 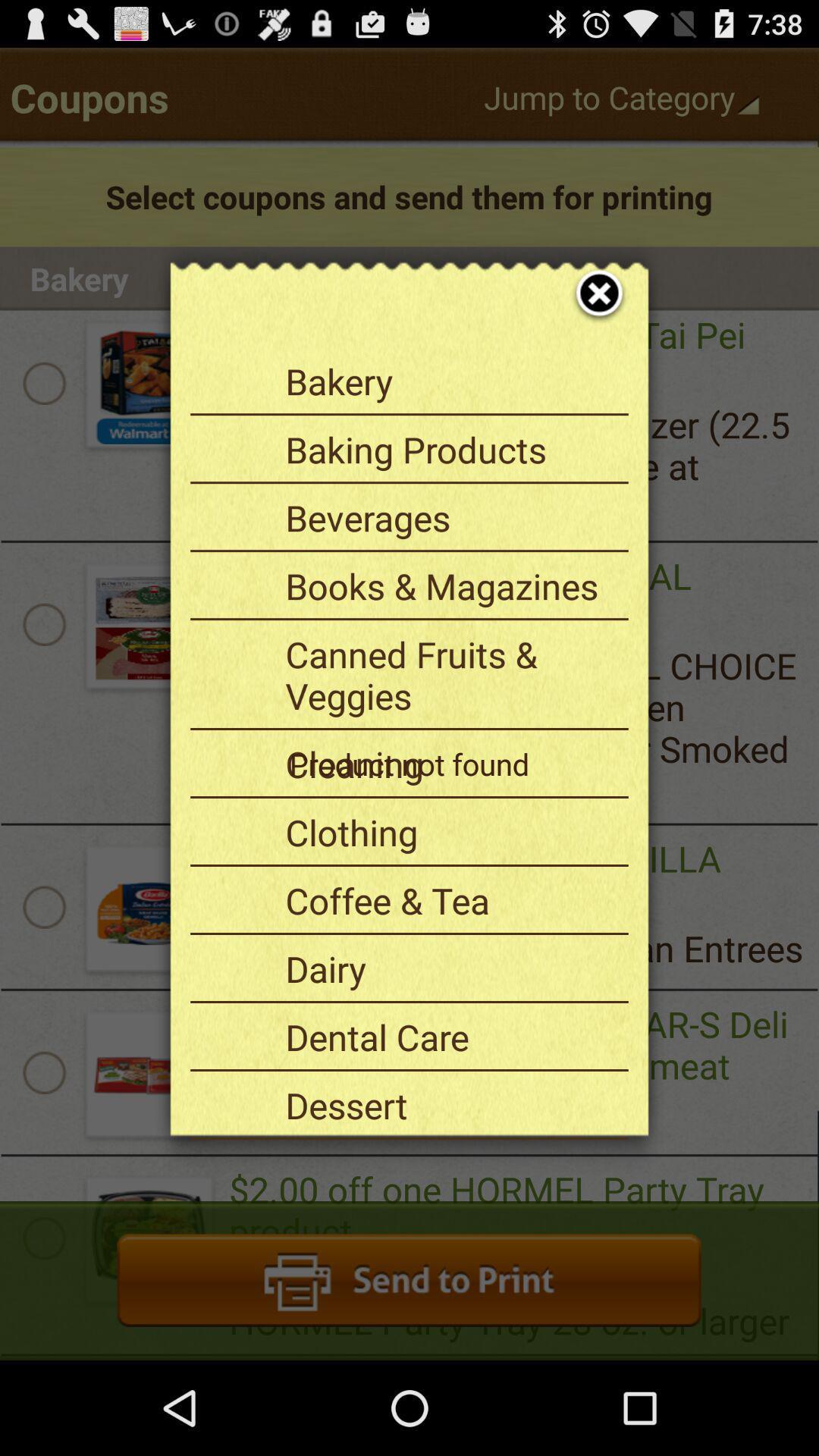 I want to click on the app below baking products item, so click(x=450, y=517).